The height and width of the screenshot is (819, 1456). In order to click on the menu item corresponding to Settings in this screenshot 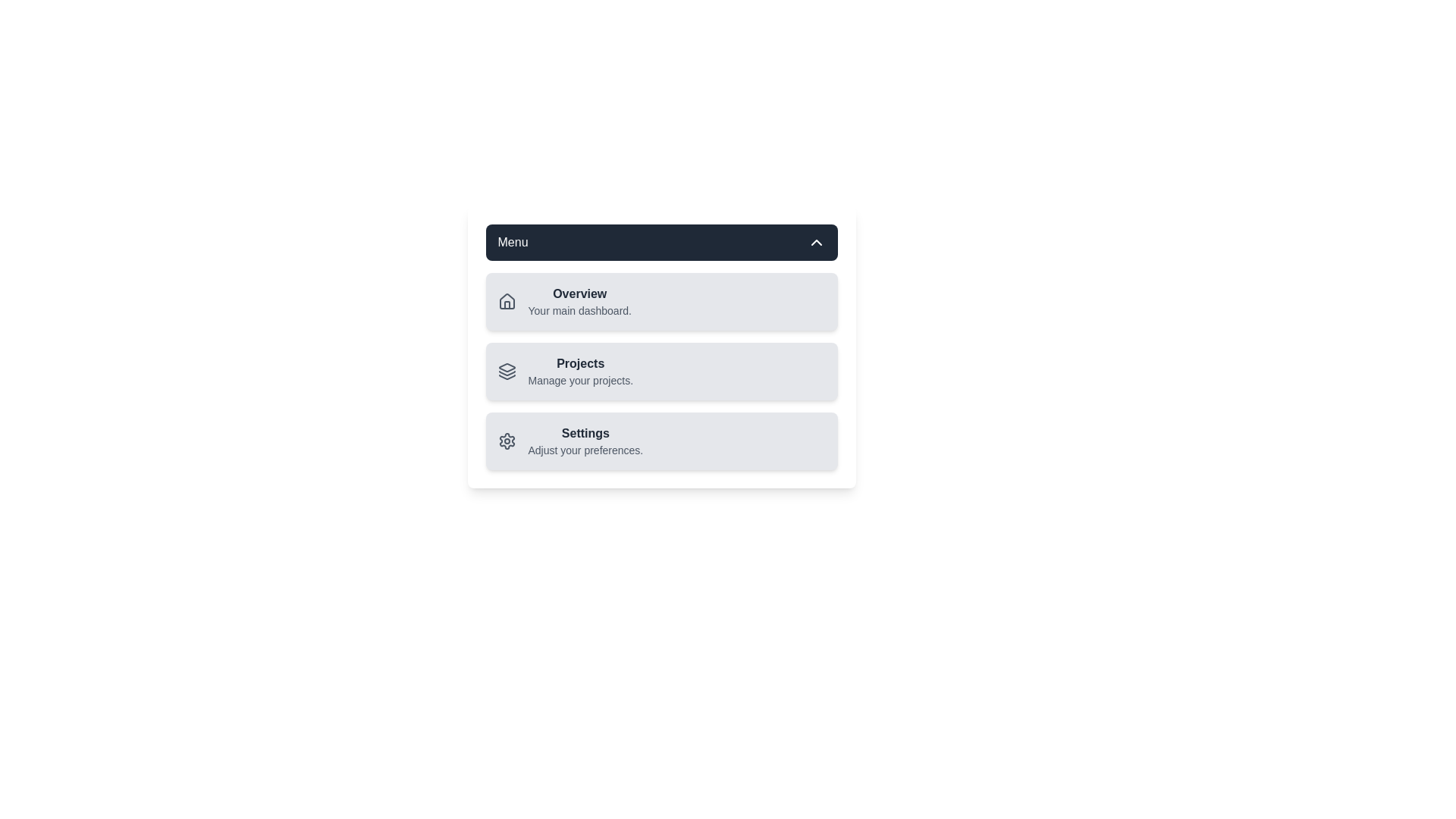, I will do `click(570, 441)`.